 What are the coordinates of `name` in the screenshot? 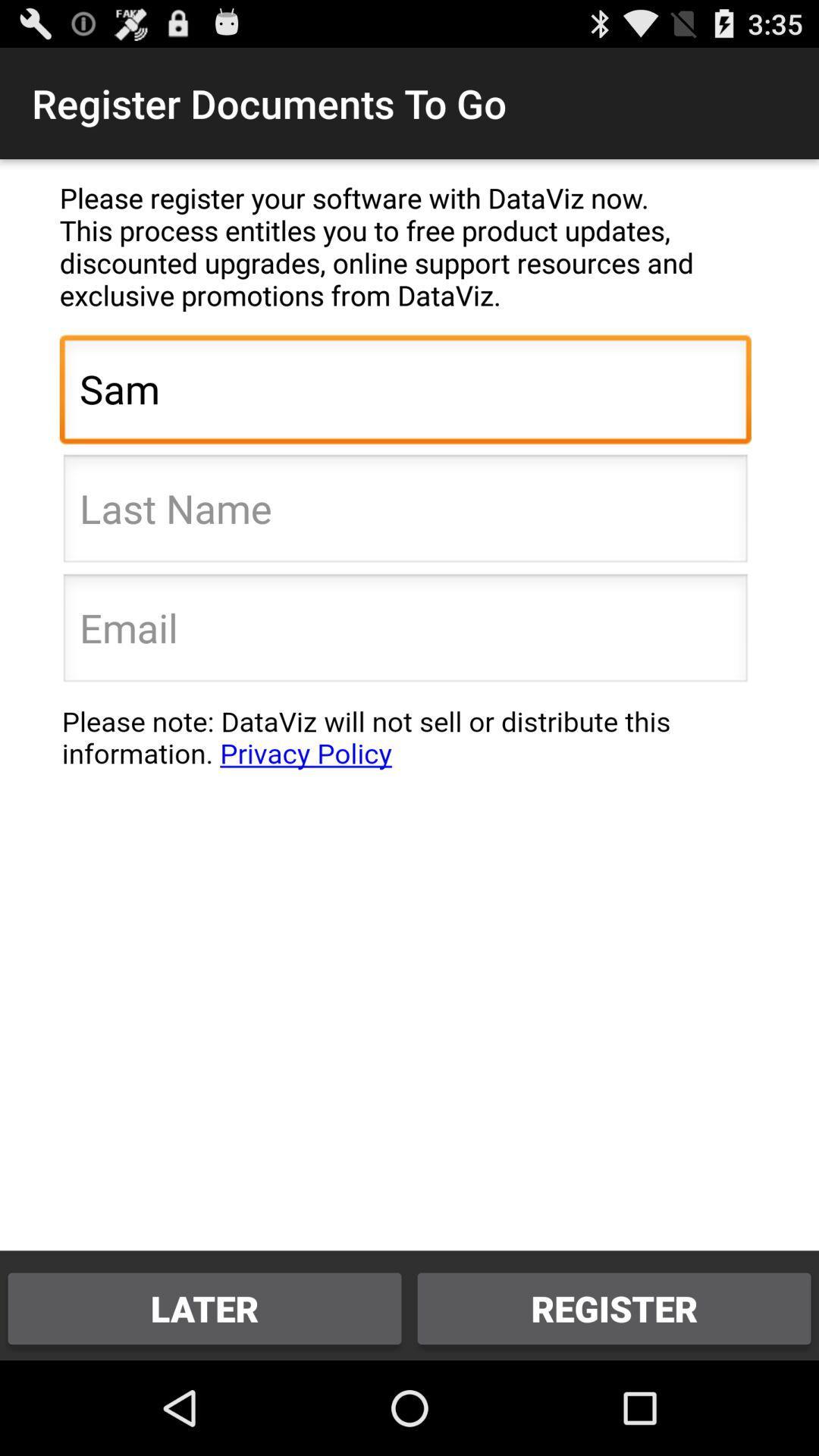 It's located at (404, 513).